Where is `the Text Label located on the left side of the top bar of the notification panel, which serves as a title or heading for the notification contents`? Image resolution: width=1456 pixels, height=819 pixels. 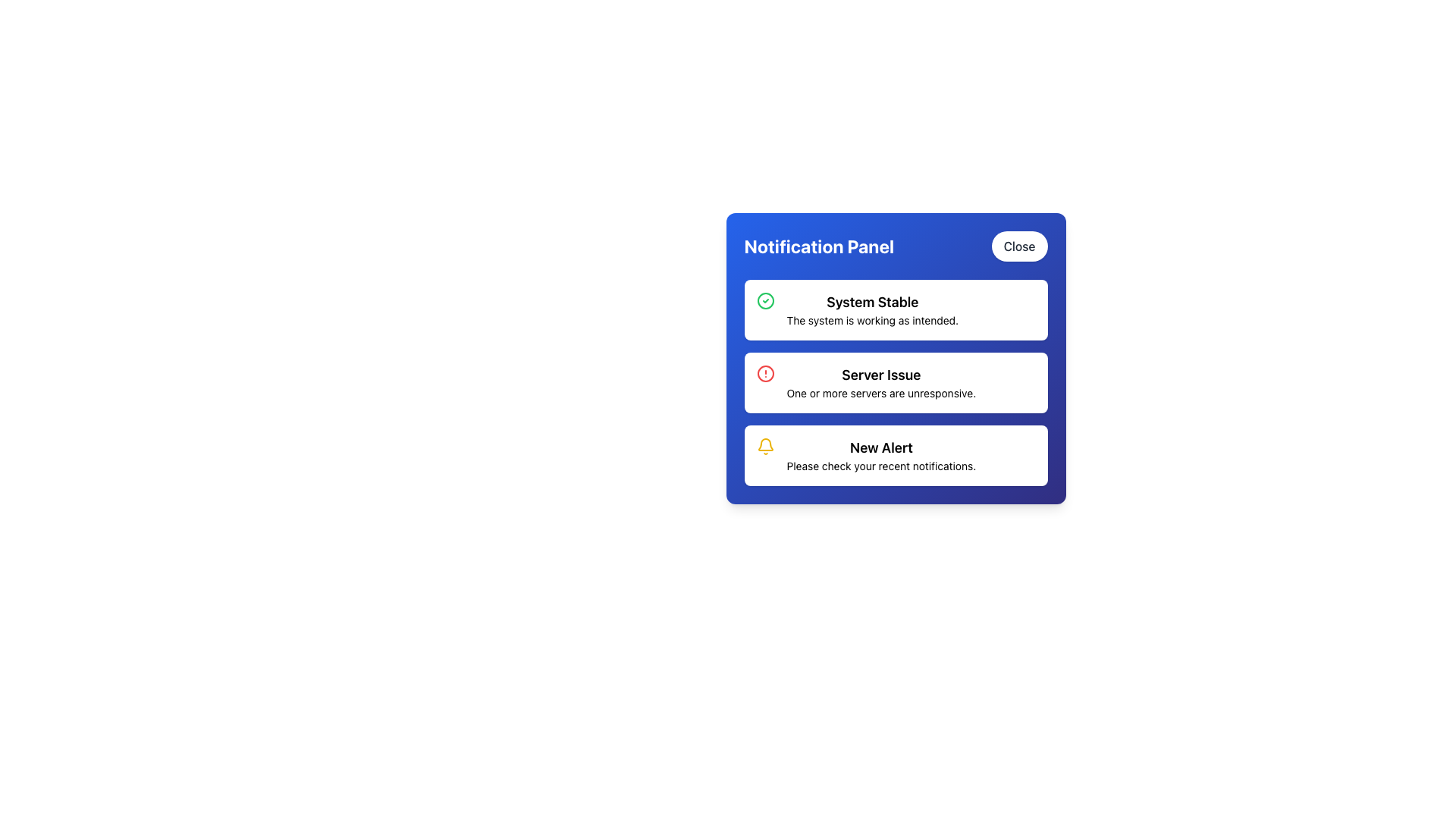 the Text Label located on the left side of the top bar of the notification panel, which serves as a title or heading for the notification contents is located at coordinates (818, 245).